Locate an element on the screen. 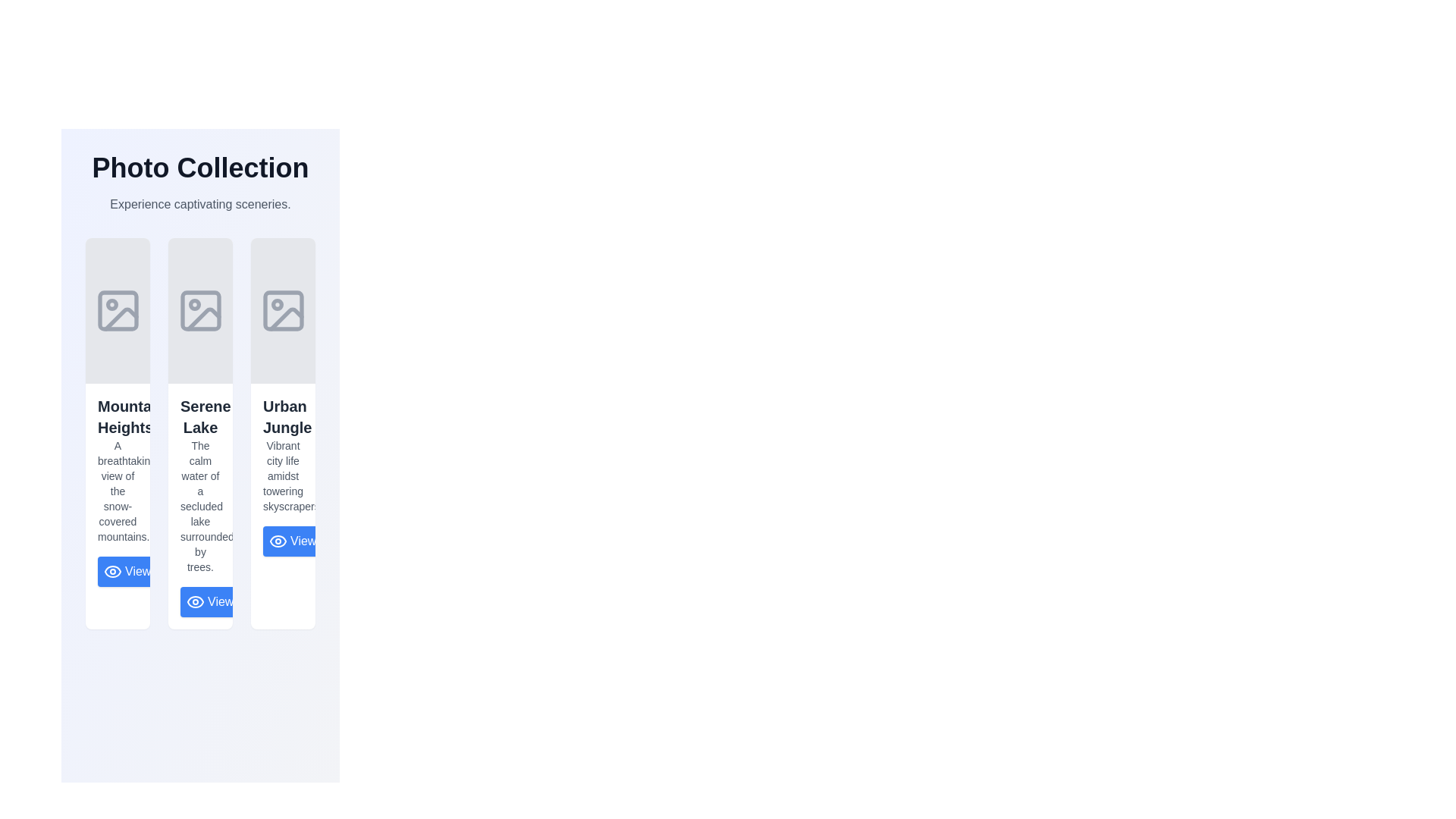 The width and height of the screenshot is (1456, 819). the eye icon representing the 'View' action located in the middle column under the 'Serene Lake' description is located at coordinates (195, 601).